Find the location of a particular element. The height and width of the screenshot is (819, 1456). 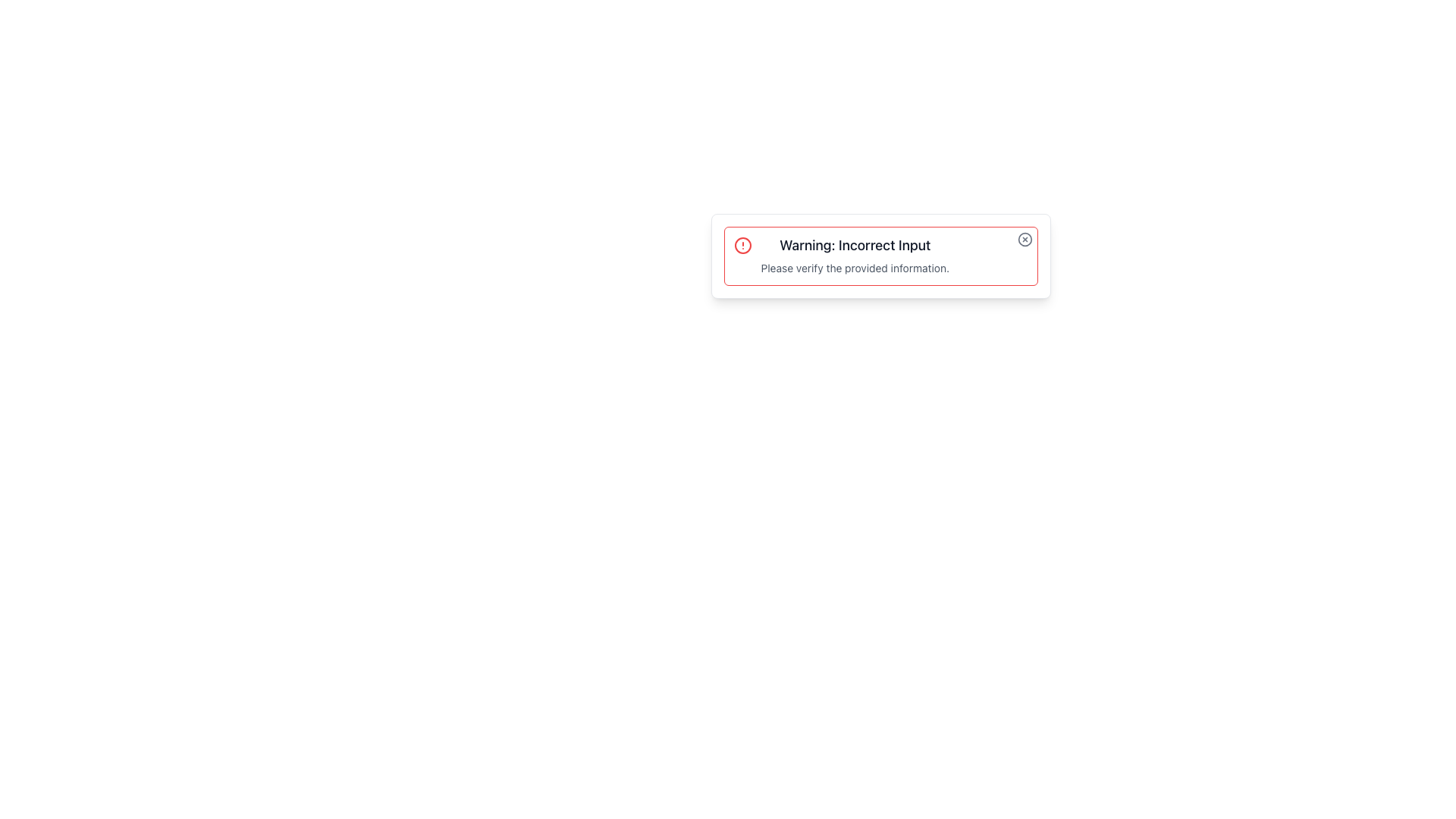

the decorative circle component of the close button icon located in the top-right corner of the alert box with the text 'Warning: Incorrect Input' is located at coordinates (1025, 239).